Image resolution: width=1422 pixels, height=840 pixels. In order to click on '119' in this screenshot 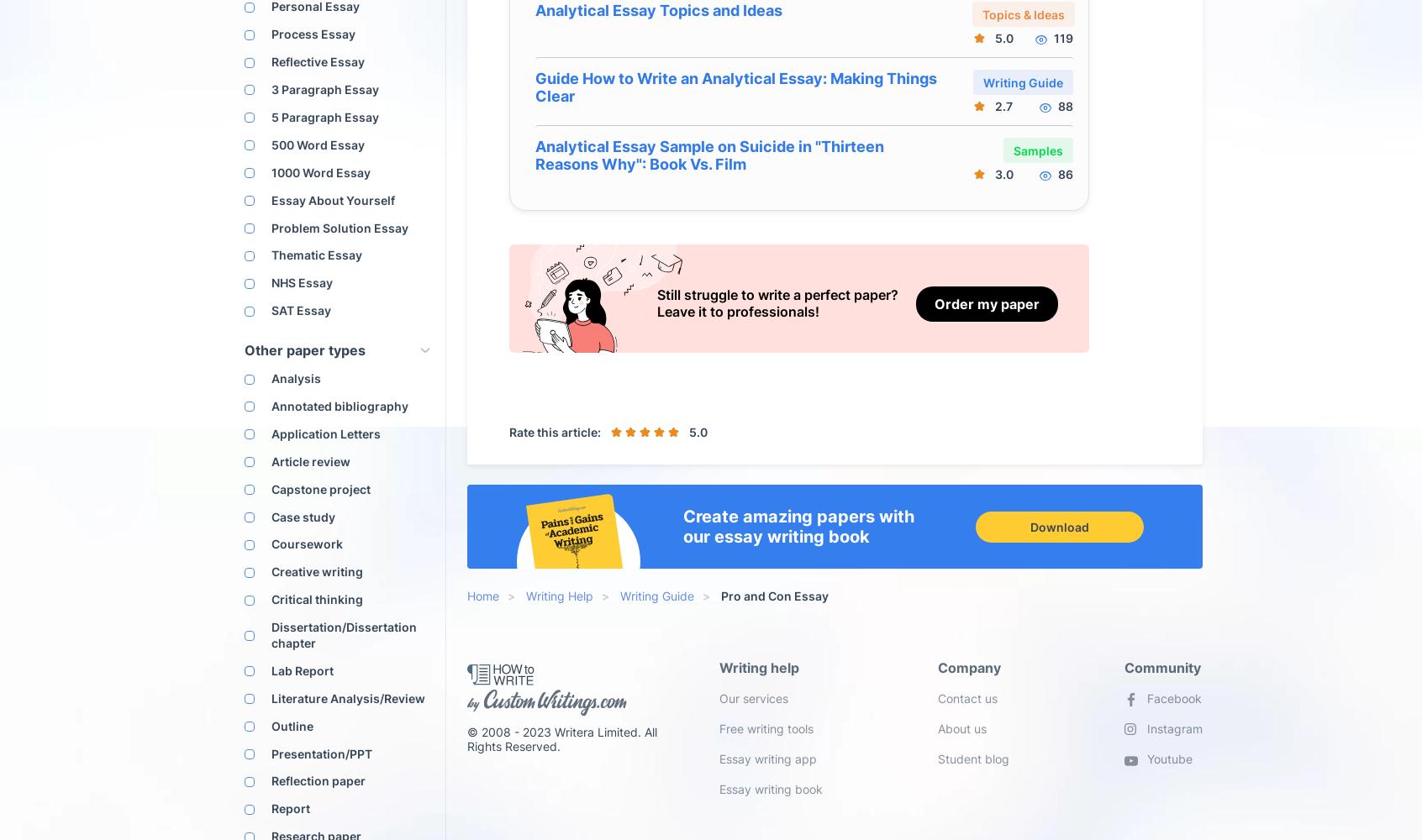, I will do `click(1053, 38)`.